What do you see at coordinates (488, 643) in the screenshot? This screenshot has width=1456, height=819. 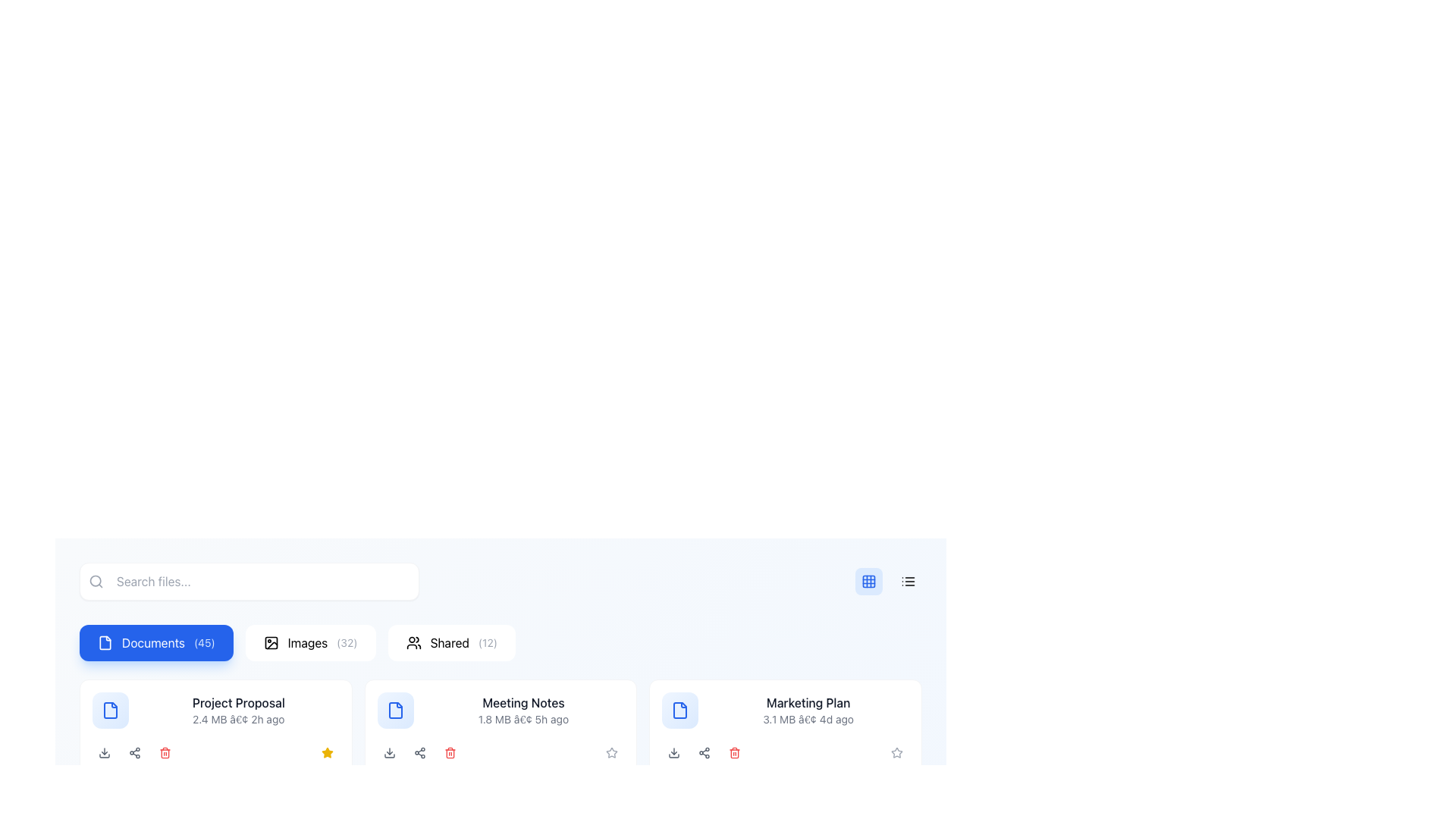 I see `the information presented in the Text label that indicates the count associated with the 'Shared' section, located to the right of the 'Shared' label` at bounding box center [488, 643].